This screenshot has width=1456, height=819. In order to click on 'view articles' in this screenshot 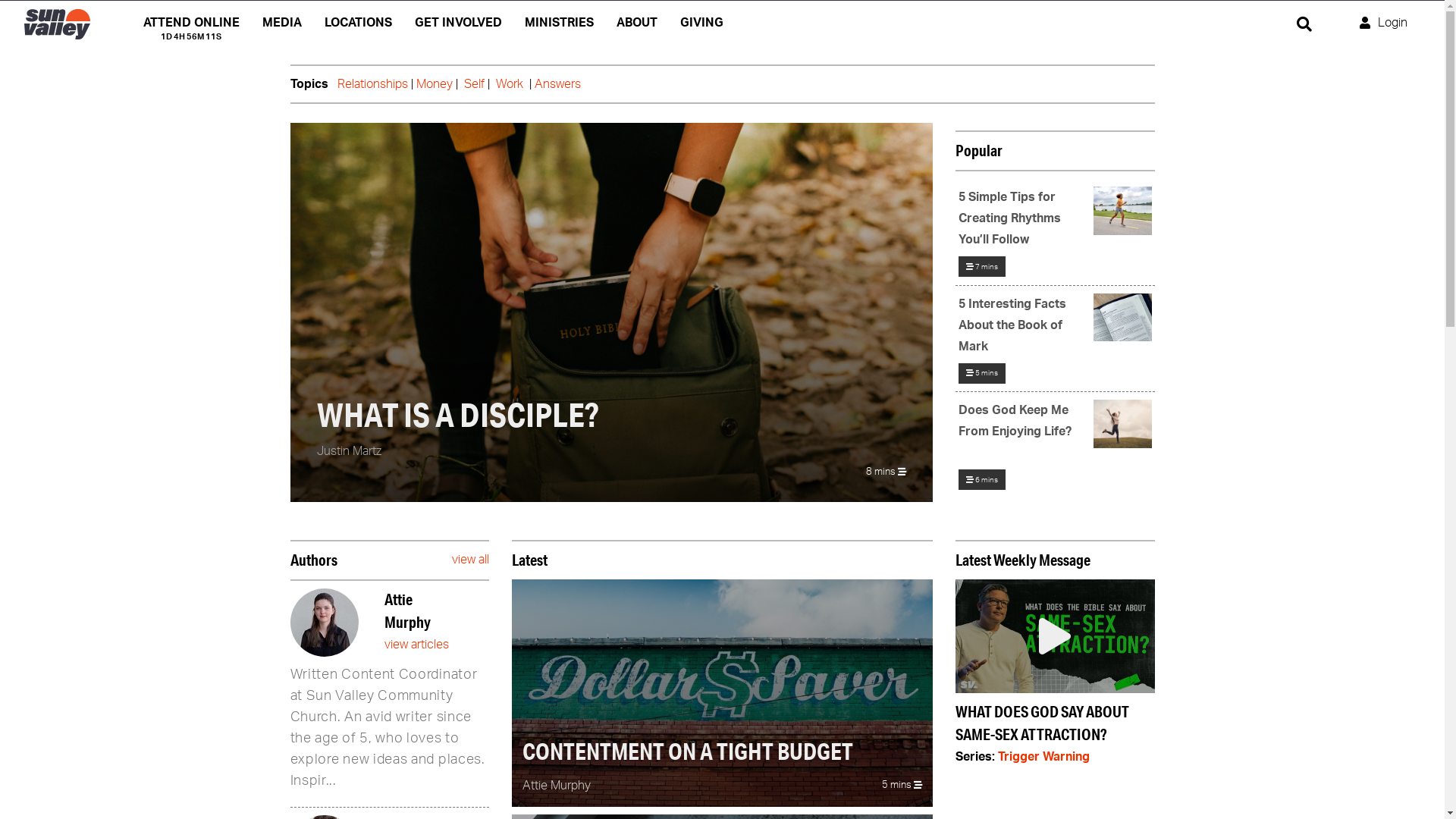, I will do `click(384, 644)`.